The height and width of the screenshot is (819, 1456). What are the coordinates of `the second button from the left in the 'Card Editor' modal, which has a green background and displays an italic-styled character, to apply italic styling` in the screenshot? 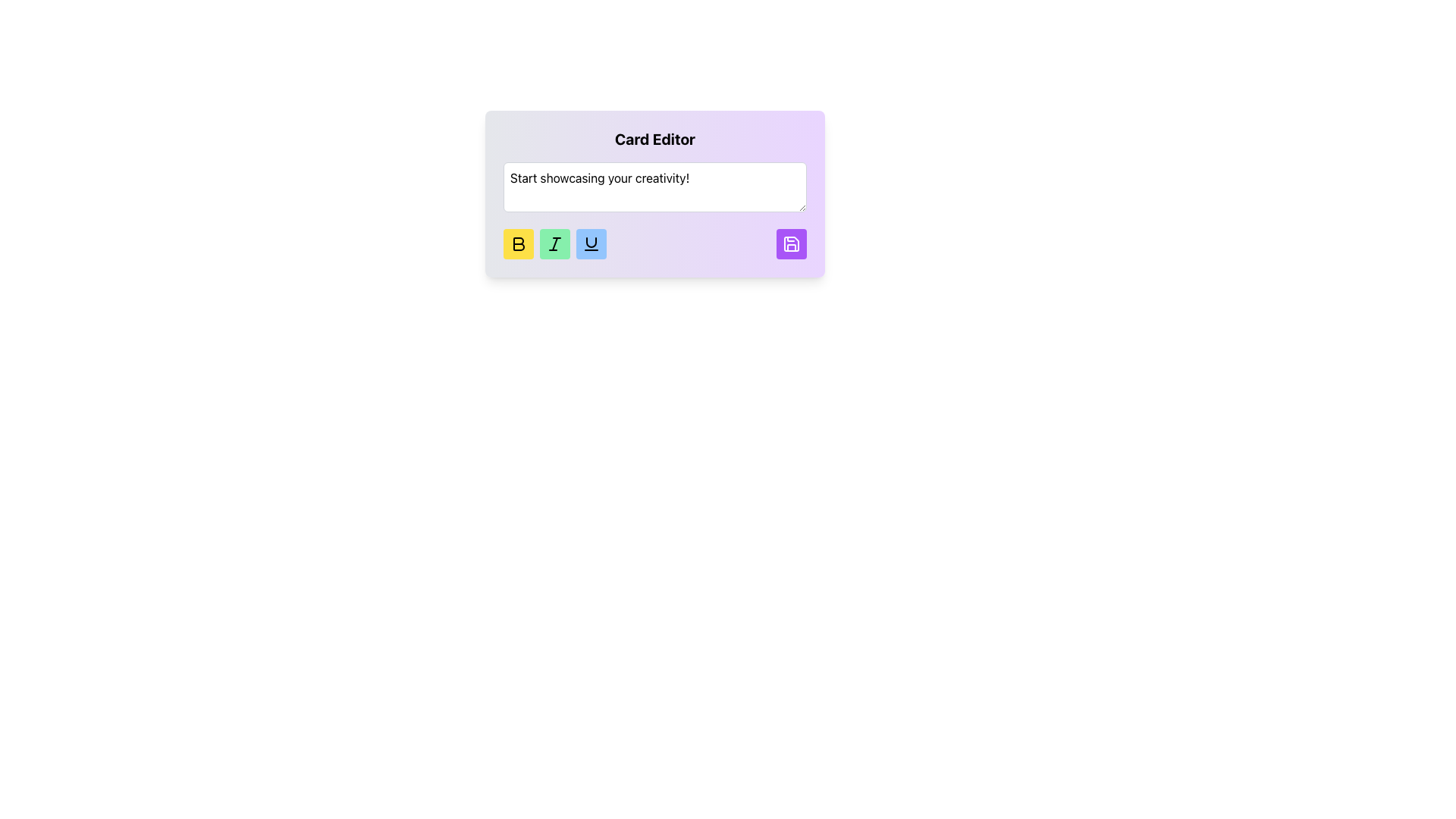 It's located at (554, 243).